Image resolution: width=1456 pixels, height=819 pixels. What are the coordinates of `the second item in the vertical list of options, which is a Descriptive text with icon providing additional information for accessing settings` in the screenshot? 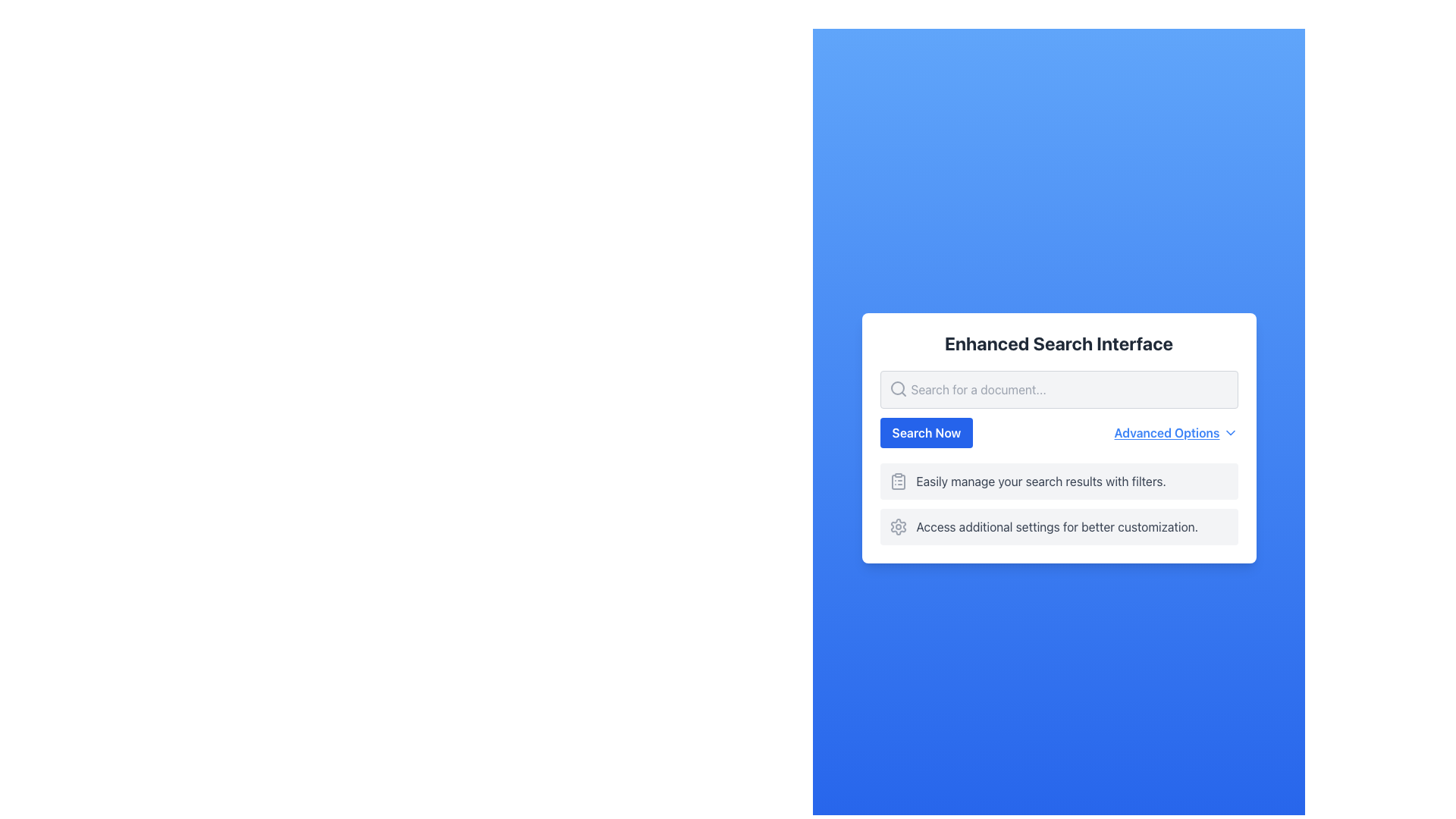 It's located at (1058, 526).